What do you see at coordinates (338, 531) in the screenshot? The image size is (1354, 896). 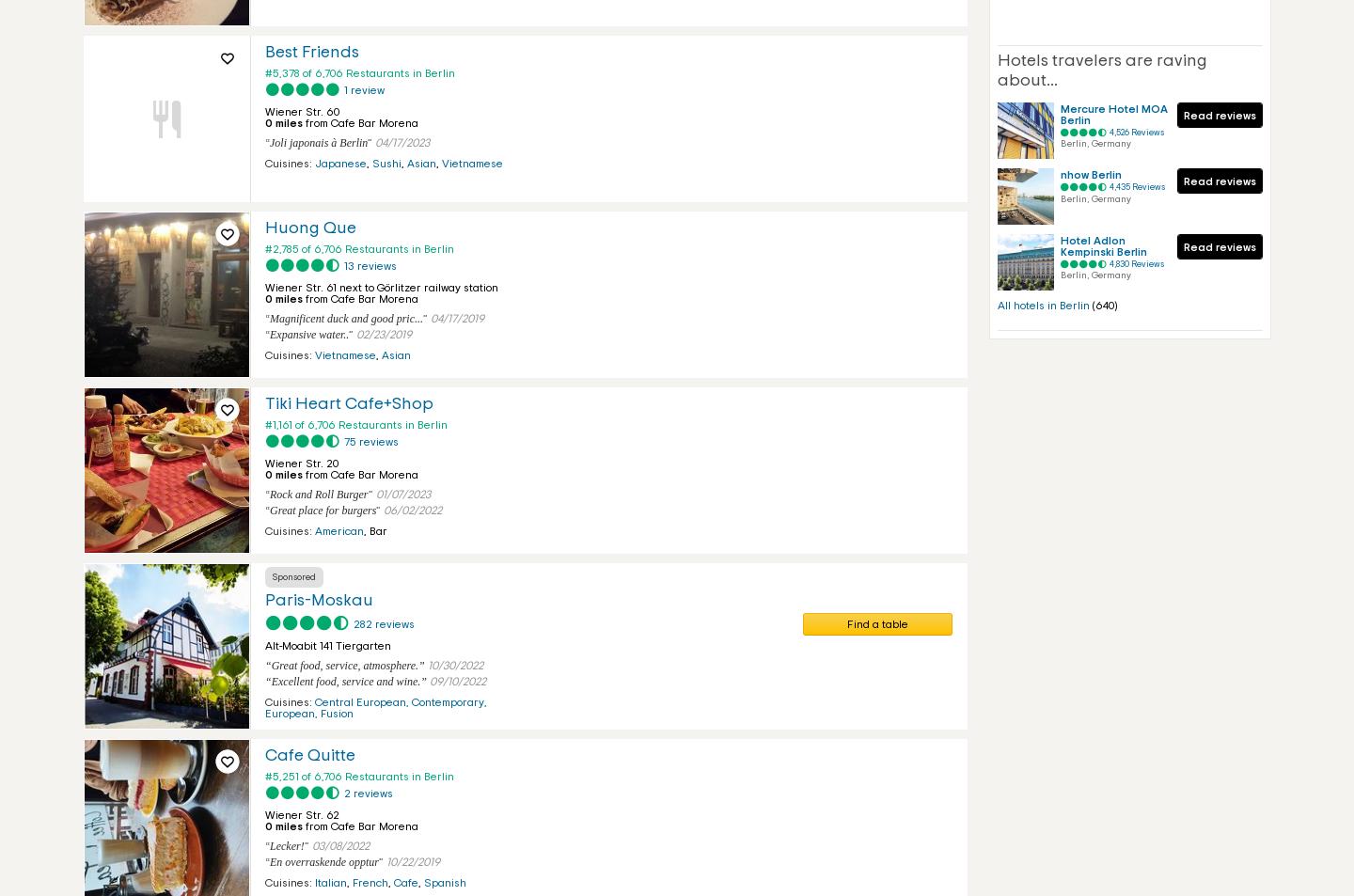 I see `'American'` at bounding box center [338, 531].